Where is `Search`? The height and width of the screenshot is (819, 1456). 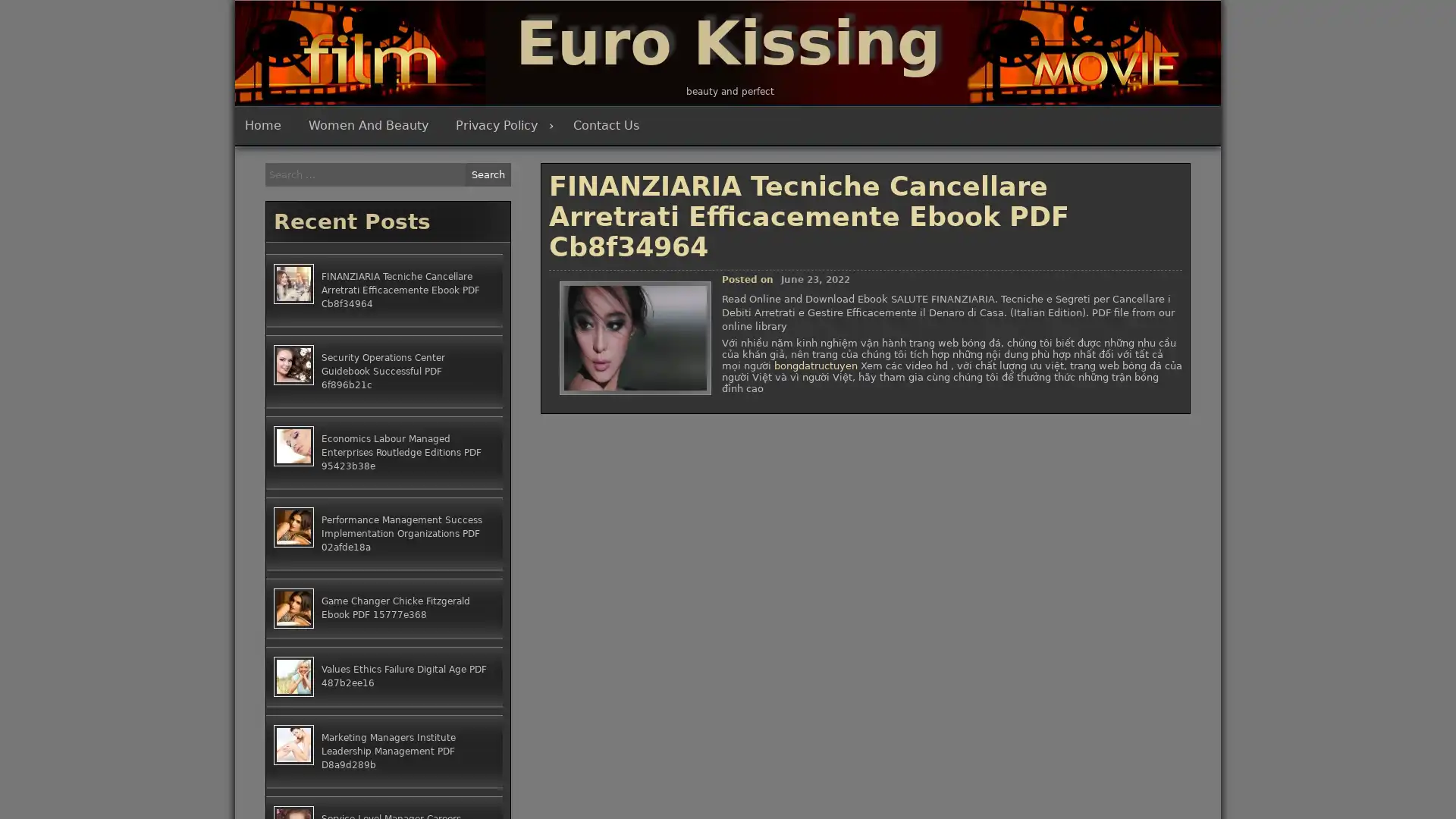 Search is located at coordinates (488, 174).